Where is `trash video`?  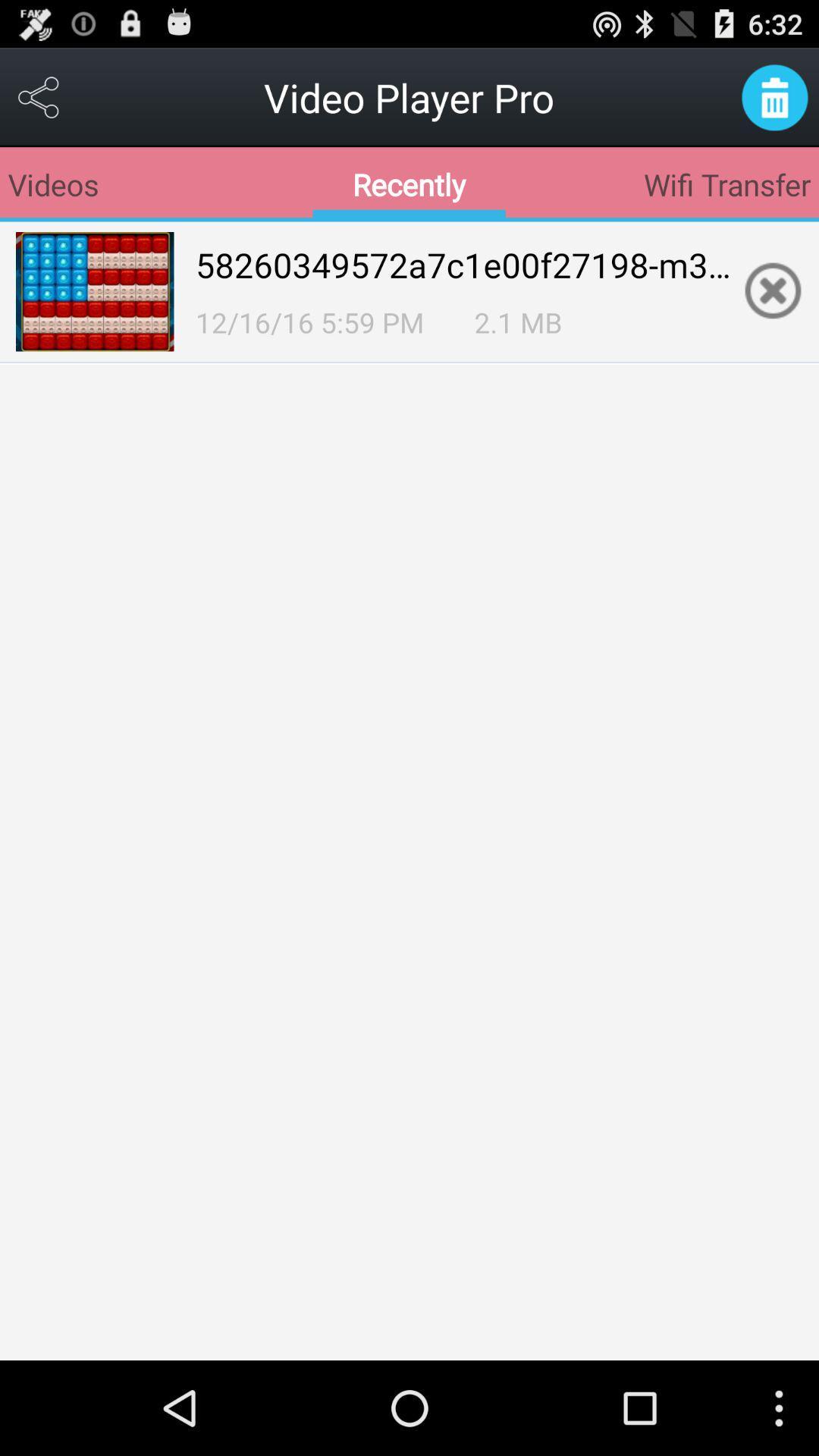
trash video is located at coordinates (774, 96).